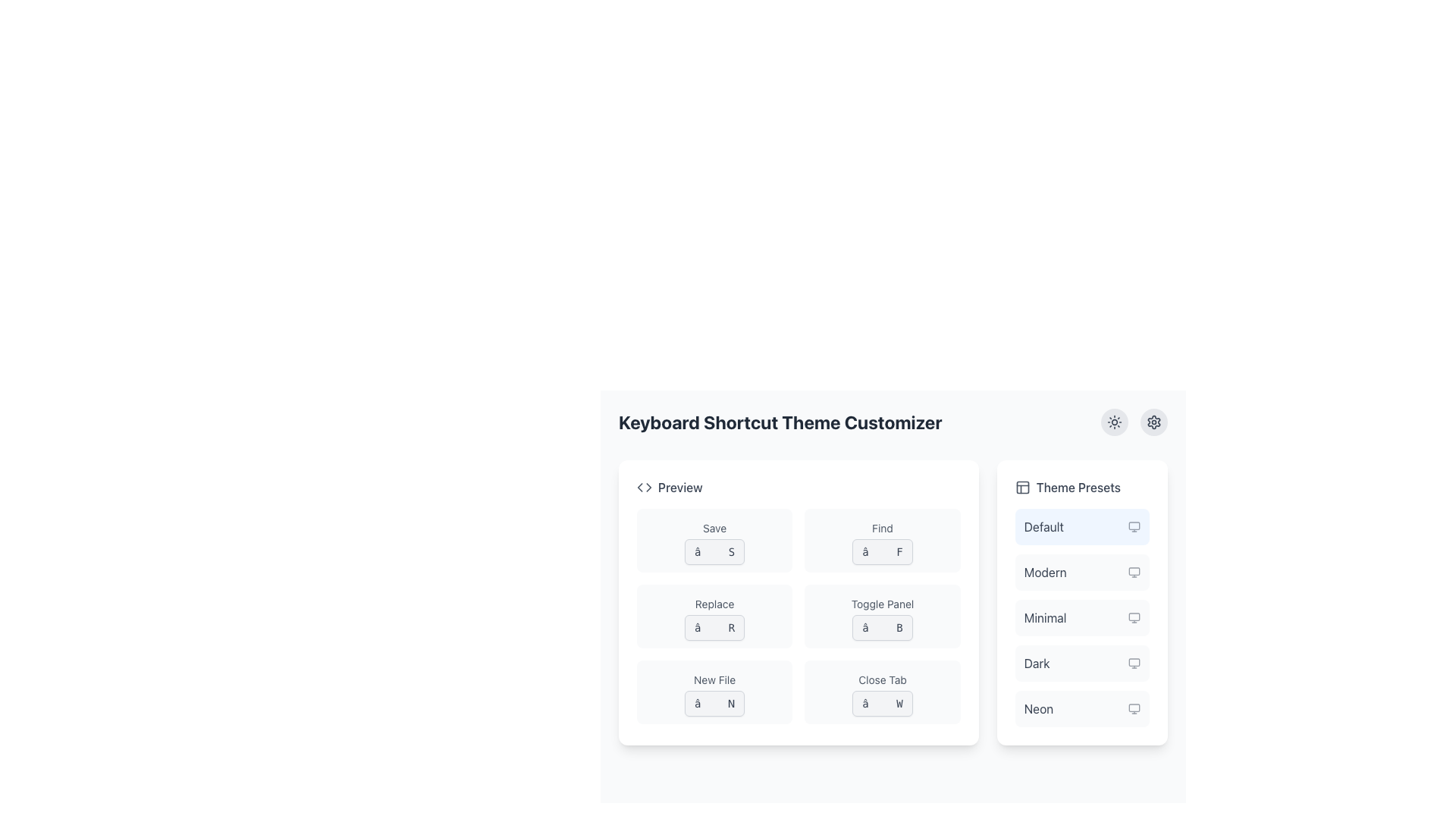  Describe the element at coordinates (1036, 663) in the screenshot. I see `the text label displaying 'Dark' in a capitalized format, which is the fourth item in the 'Theme Presets' section, positioned below 'Minimal' and above 'Neon'` at that location.